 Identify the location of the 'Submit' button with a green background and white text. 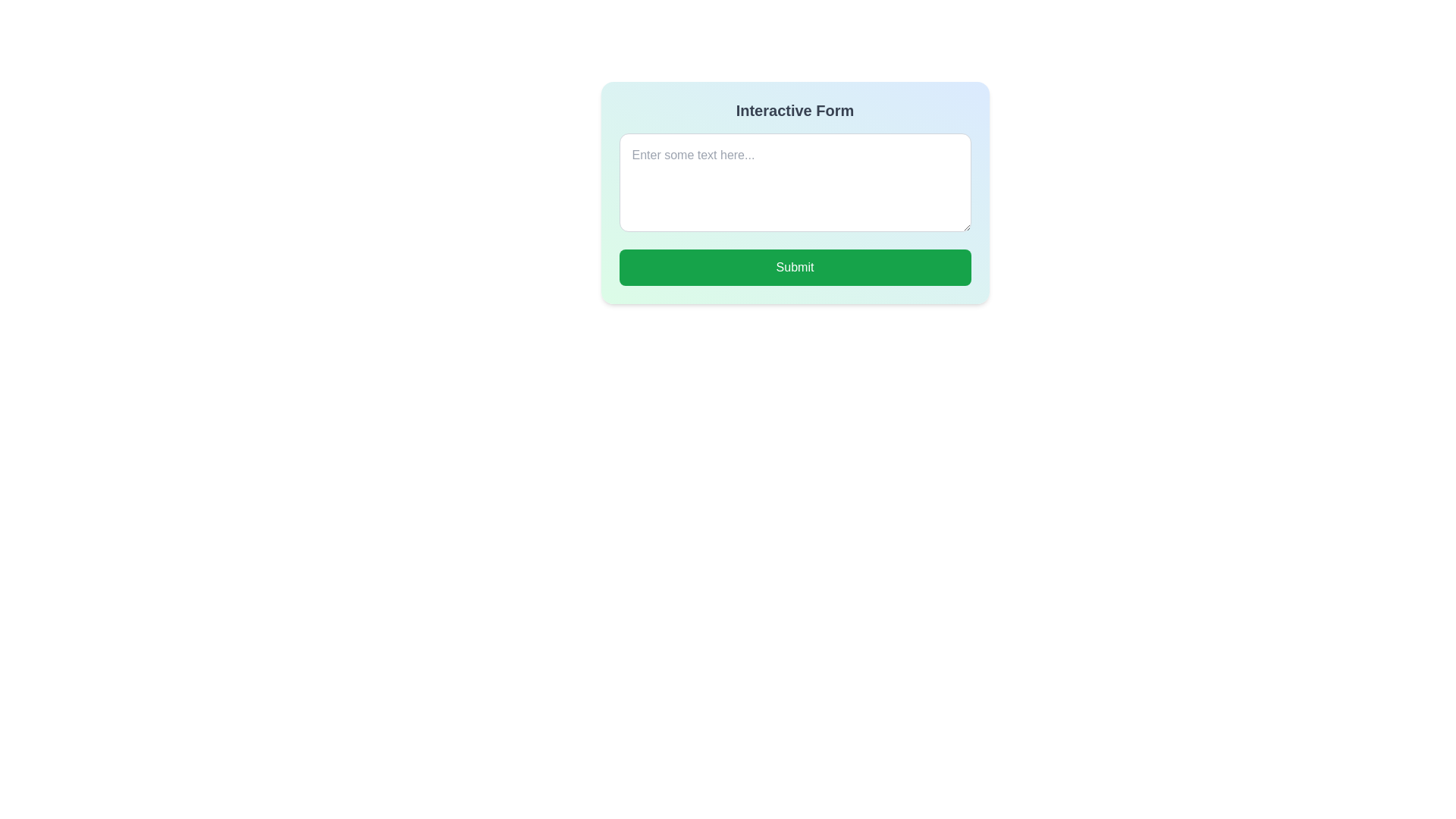
(794, 267).